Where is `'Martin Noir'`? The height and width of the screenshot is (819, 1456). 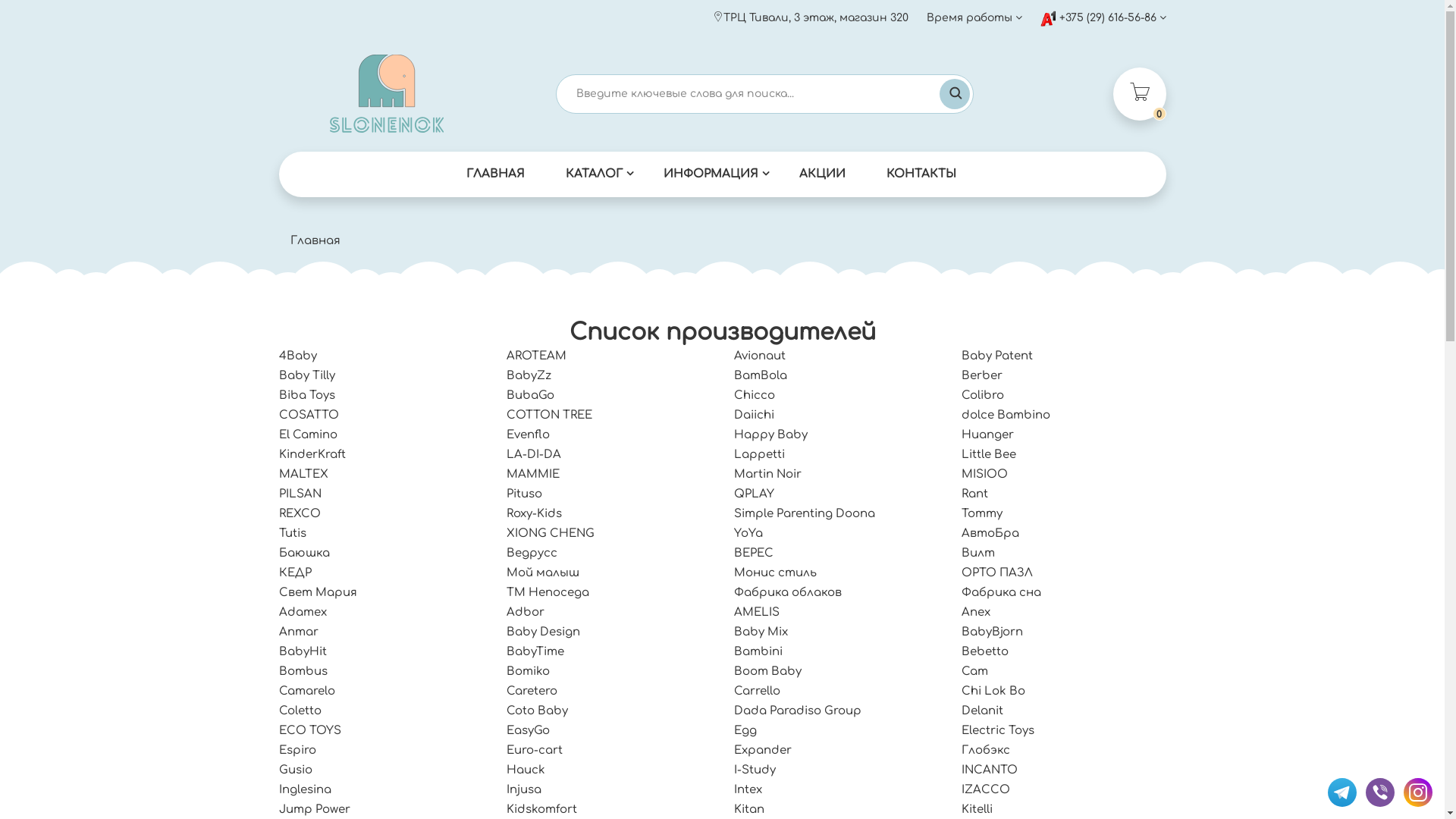 'Martin Noir' is located at coordinates (767, 473).